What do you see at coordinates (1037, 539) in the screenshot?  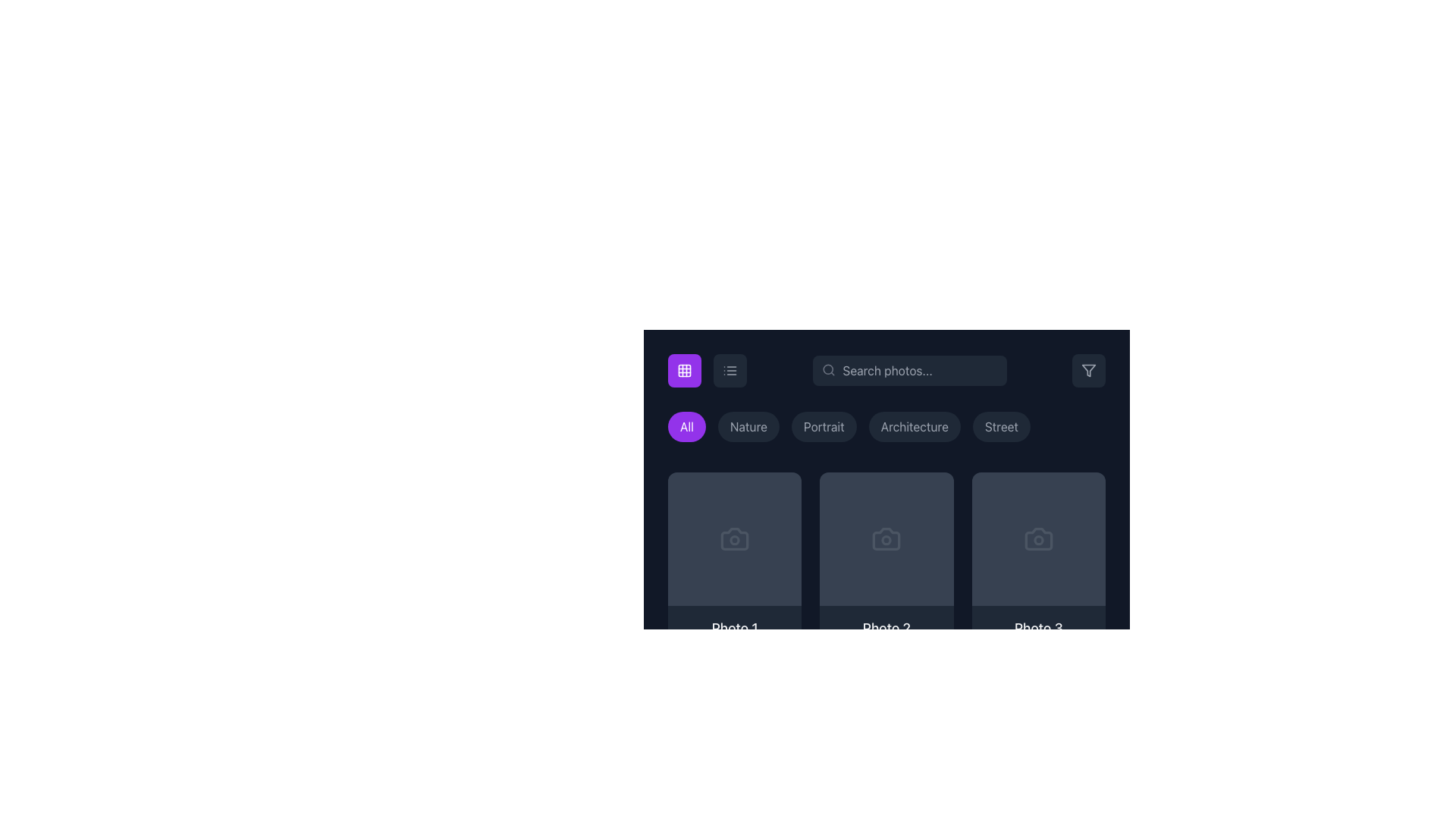 I see `the state of the small filled circular shape located in the center of the camera icon within the third grid item of the second row` at bounding box center [1037, 539].